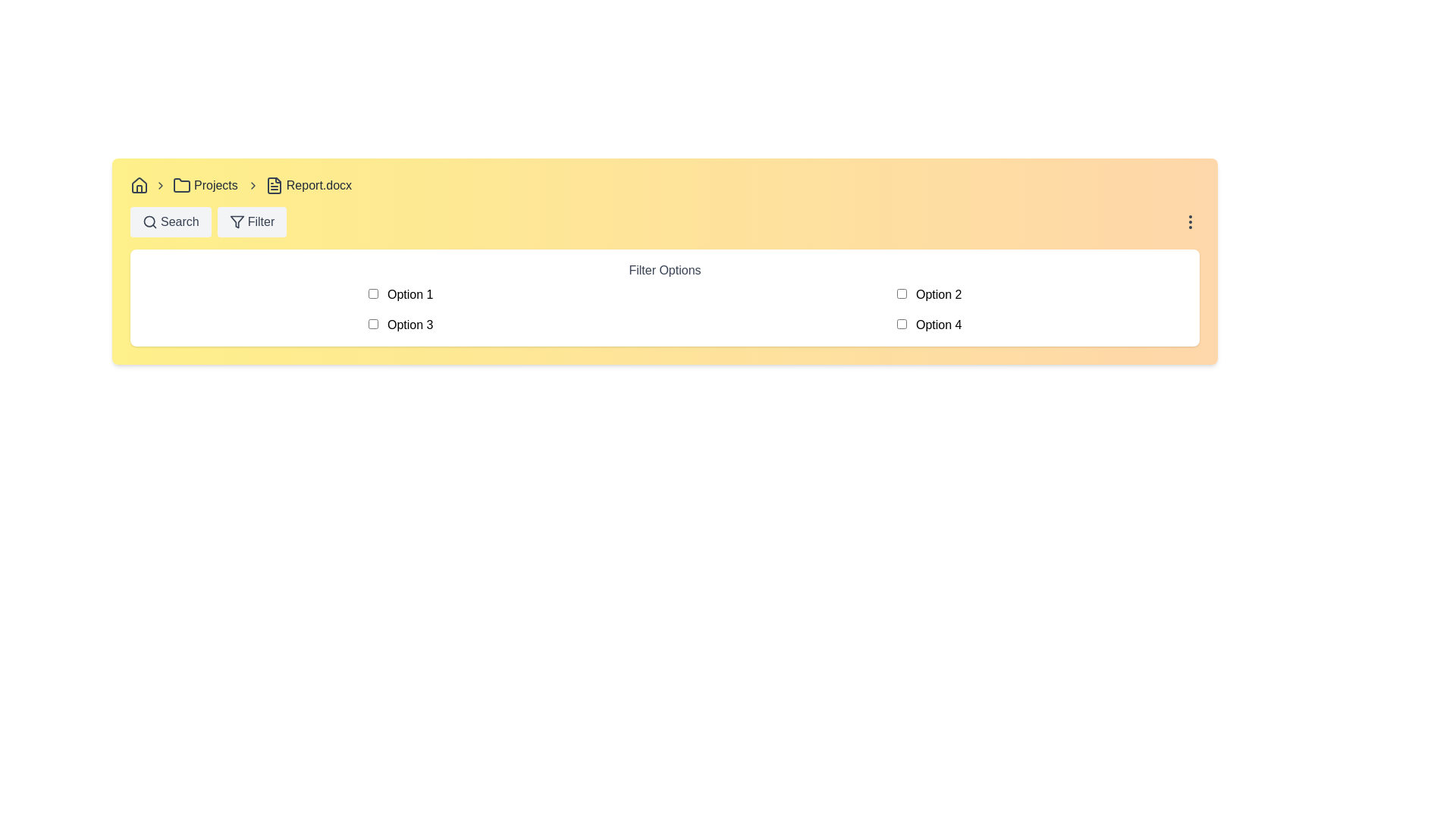 The height and width of the screenshot is (819, 1456). Describe the element at coordinates (252, 222) in the screenshot. I see `the 'Filter' button, which has a light gray background, rounded edges, and contains a funnel icon followed by the text 'Filter'` at that location.